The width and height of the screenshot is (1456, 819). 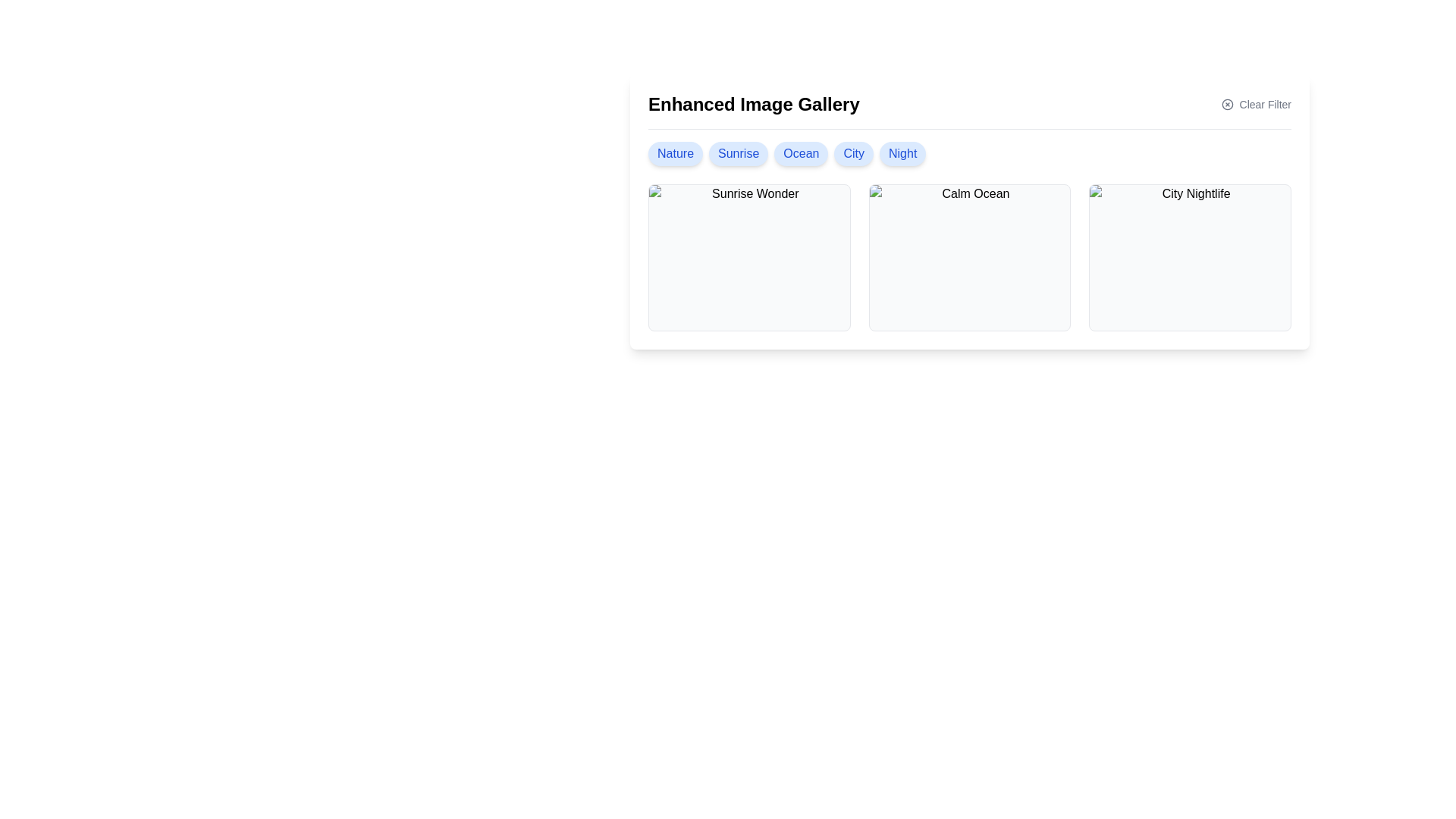 I want to click on the text label that clears applied filters in the interface to reset the filtered items to their default state, so click(x=1265, y=104).